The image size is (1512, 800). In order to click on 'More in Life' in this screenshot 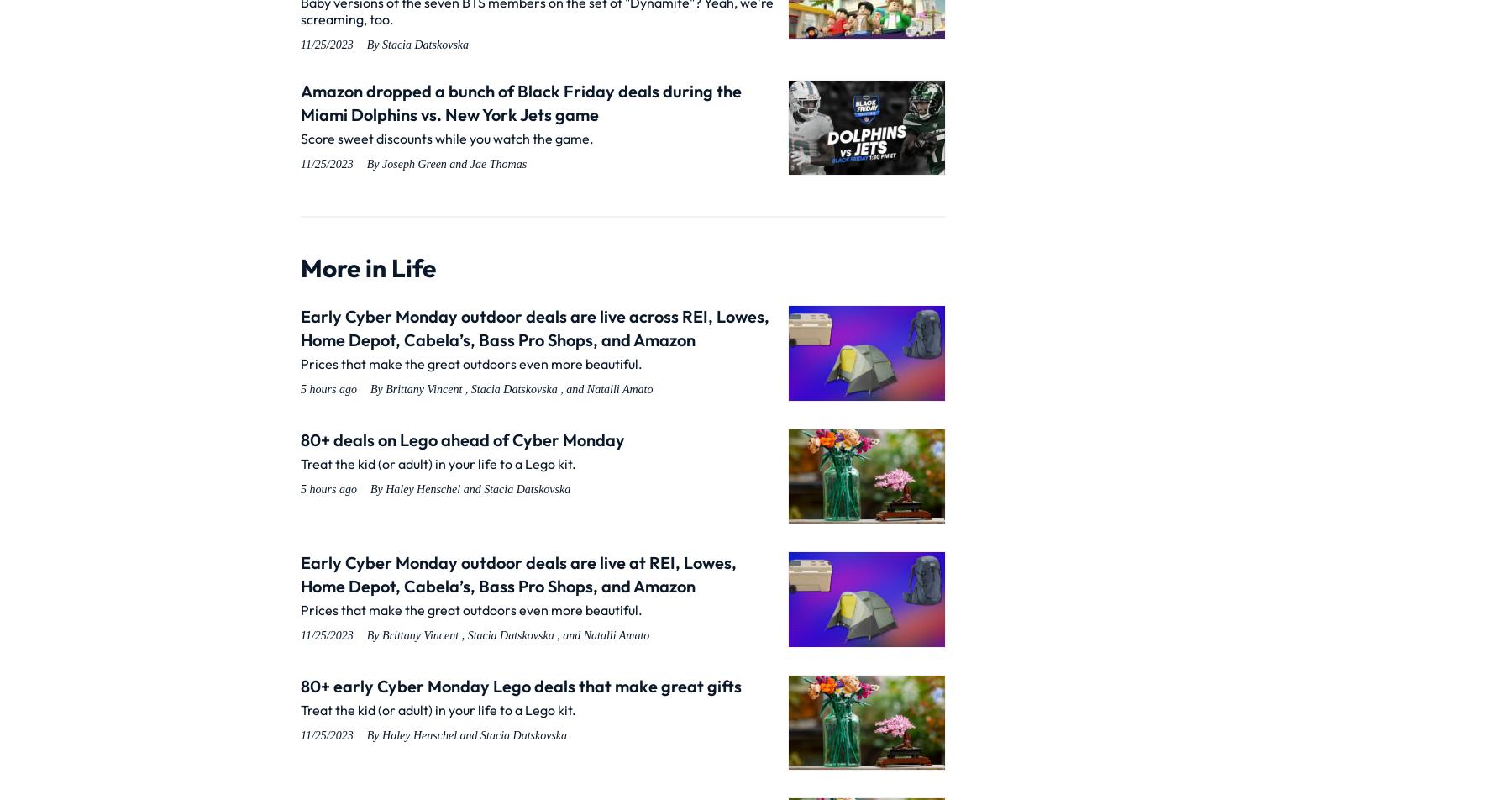, I will do `click(368, 268)`.